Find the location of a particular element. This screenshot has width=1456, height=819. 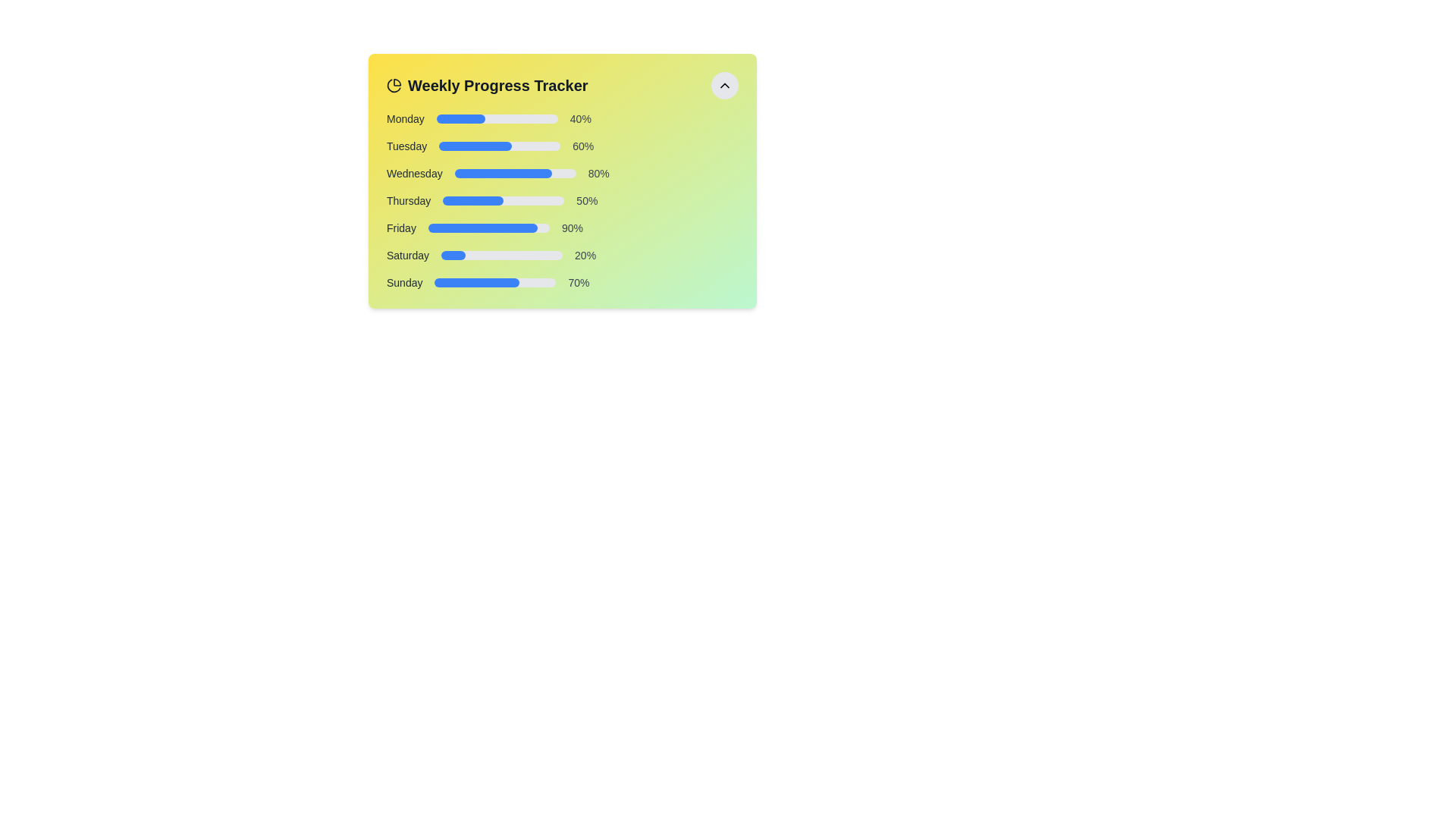

the progress visually by interacting with the first horizontal progress bar indicating 40% completion in the weekly progress tracker layout is located at coordinates (497, 118).